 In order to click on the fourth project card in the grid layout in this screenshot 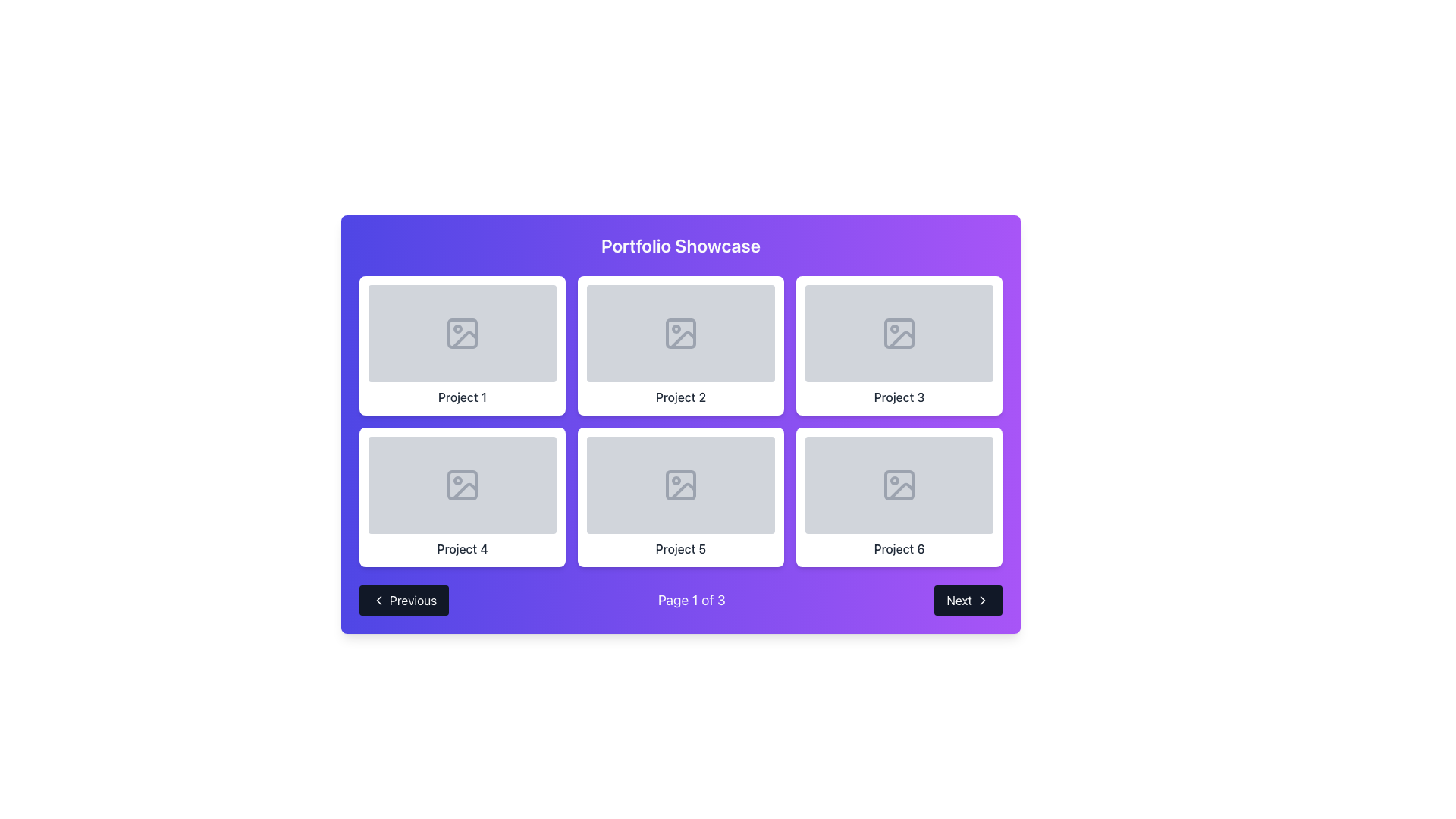, I will do `click(461, 497)`.